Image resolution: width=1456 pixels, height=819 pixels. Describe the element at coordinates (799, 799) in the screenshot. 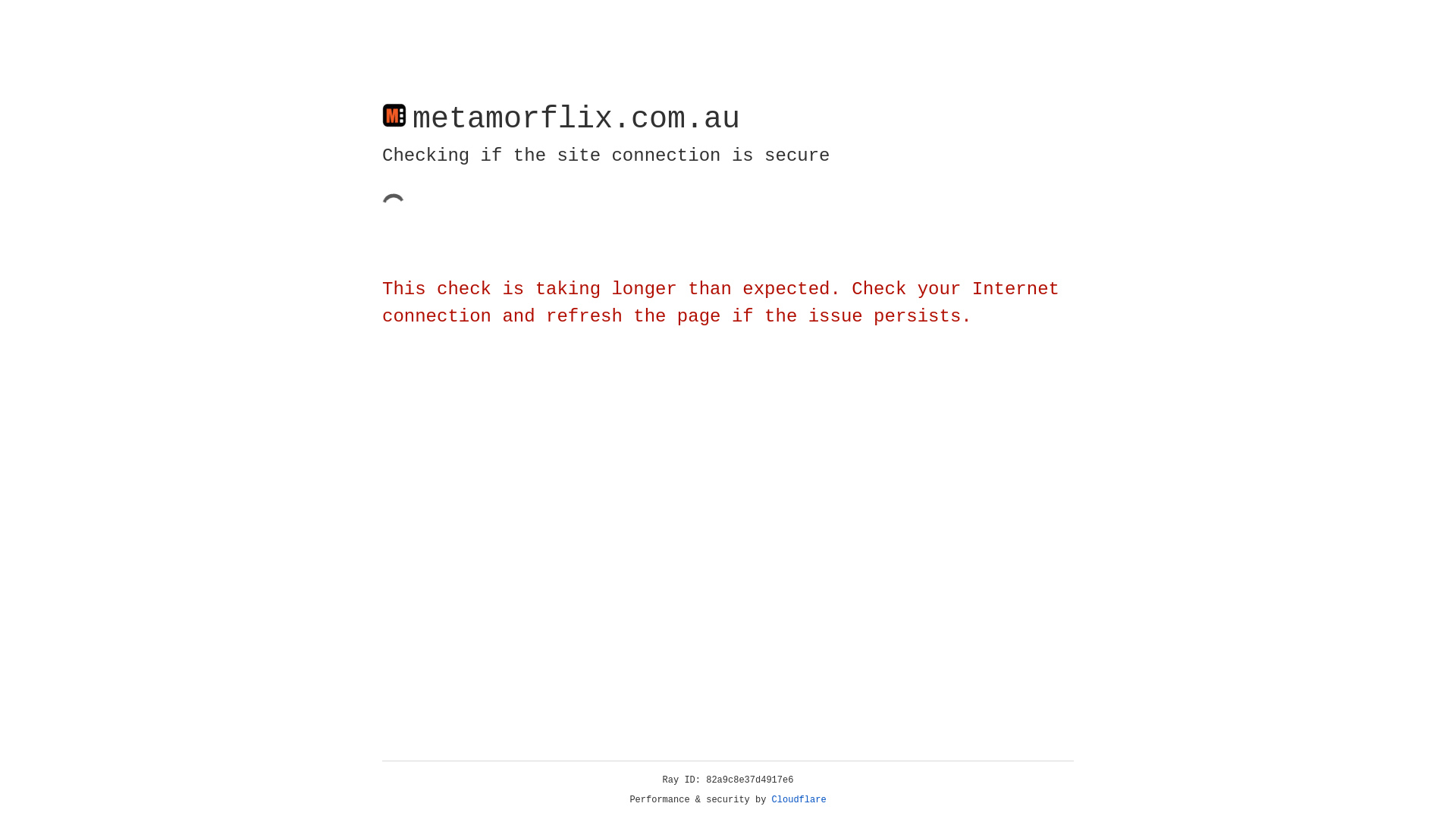

I see `'Cloudflare'` at that location.